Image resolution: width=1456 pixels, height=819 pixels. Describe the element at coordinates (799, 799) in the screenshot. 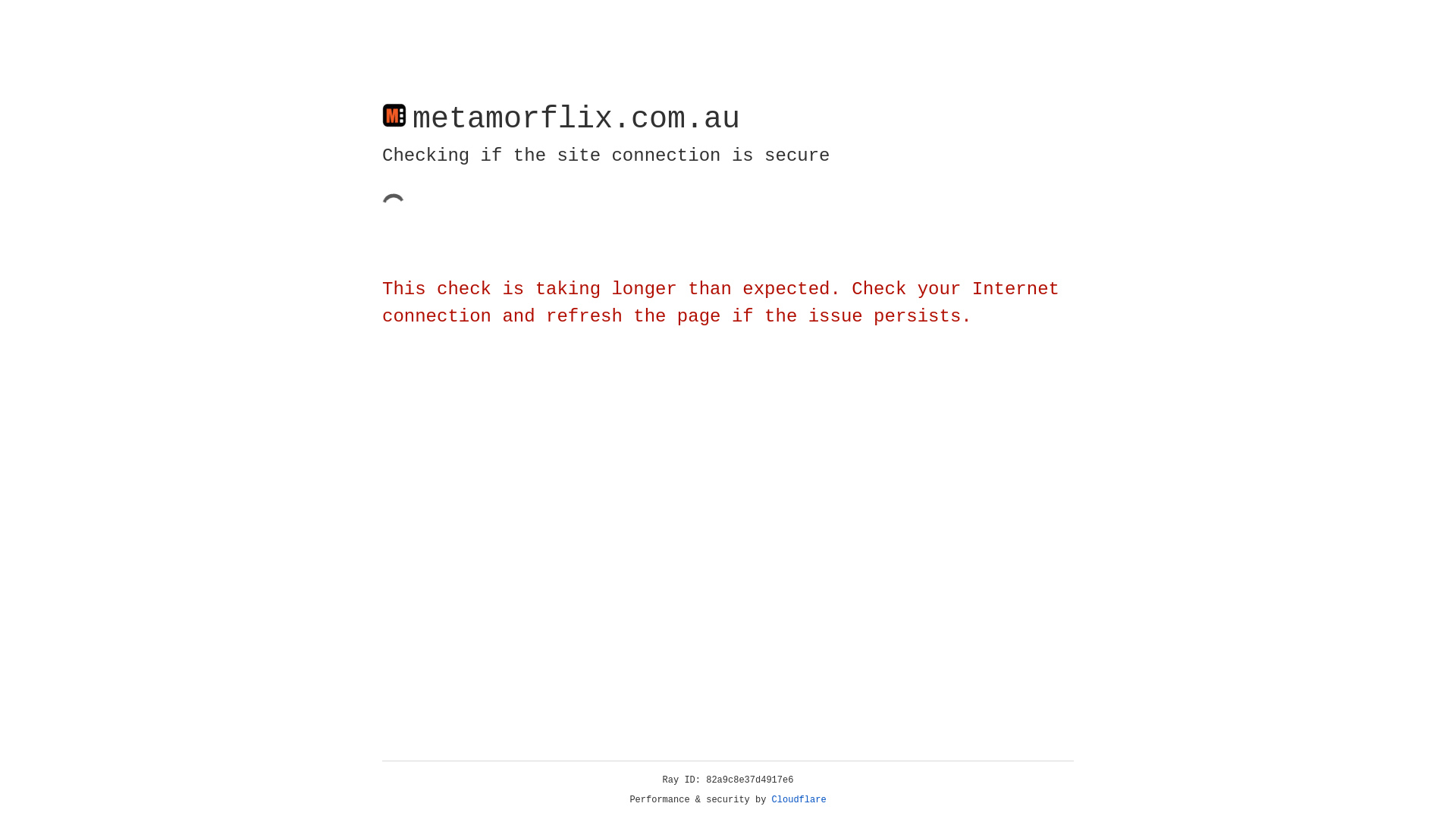

I see `'Cloudflare'` at that location.